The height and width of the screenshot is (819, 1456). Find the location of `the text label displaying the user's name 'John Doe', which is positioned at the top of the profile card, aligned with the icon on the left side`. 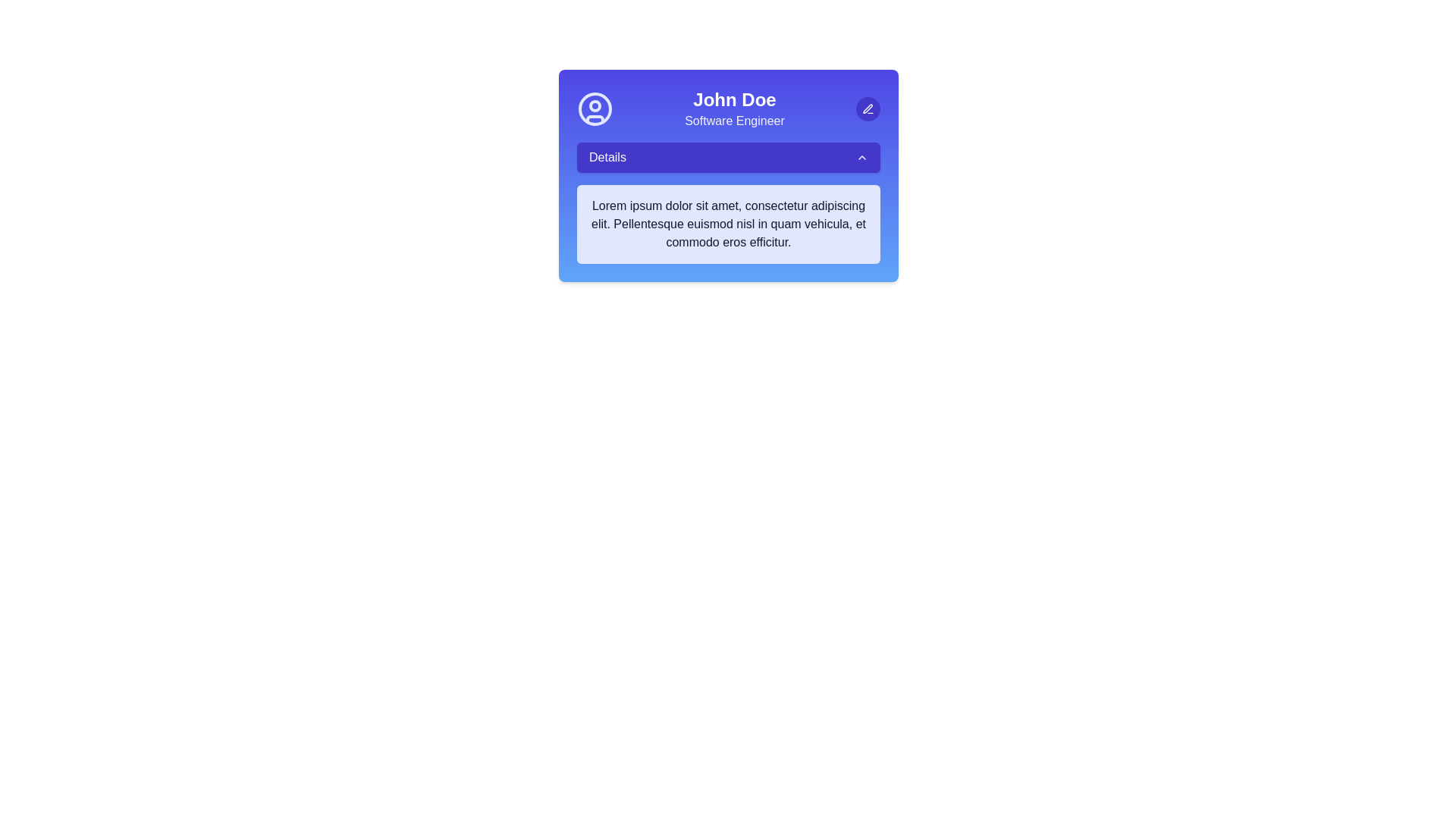

the text label displaying the user's name 'John Doe', which is positioned at the top of the profile card, aligned with the icon on the left side is located at coordinates (735, 99).